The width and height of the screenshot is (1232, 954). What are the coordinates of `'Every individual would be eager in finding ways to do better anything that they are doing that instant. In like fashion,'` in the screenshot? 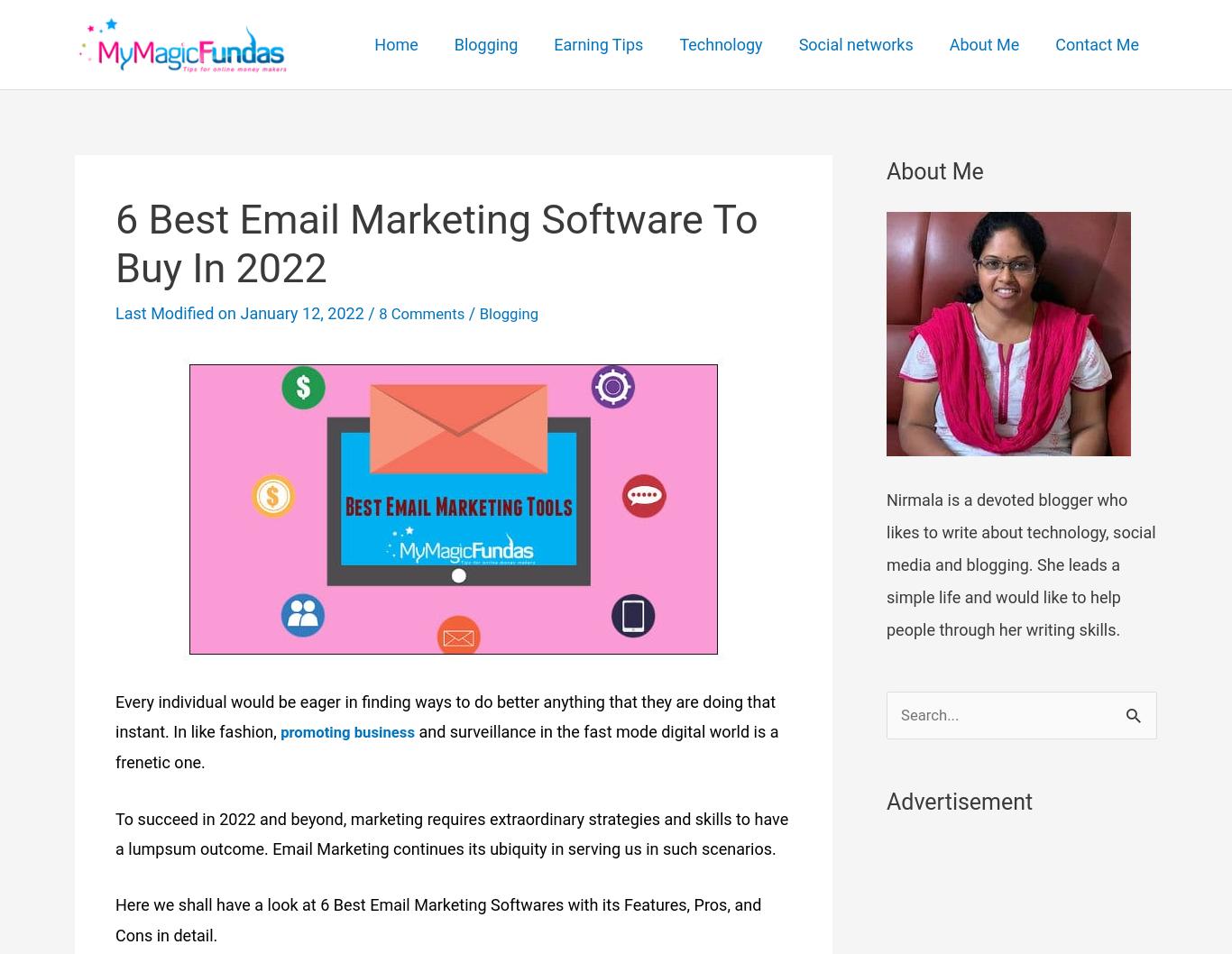 It's located at (445, 716).